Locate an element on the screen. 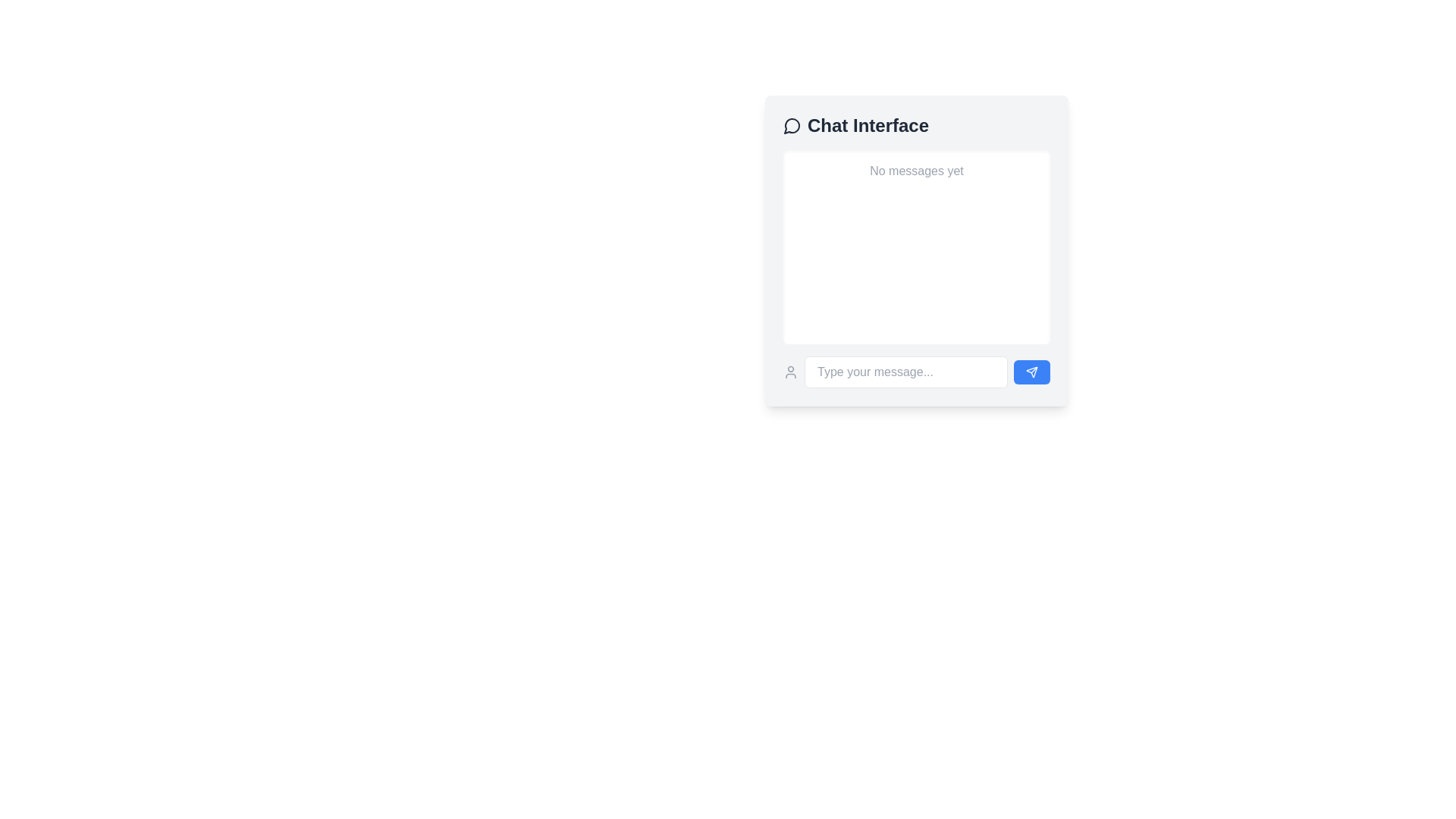  the 'Send' button represented by a paper airplane icon located at the bottom-right corner of the chat interface is located at coordinates (1031, 372).